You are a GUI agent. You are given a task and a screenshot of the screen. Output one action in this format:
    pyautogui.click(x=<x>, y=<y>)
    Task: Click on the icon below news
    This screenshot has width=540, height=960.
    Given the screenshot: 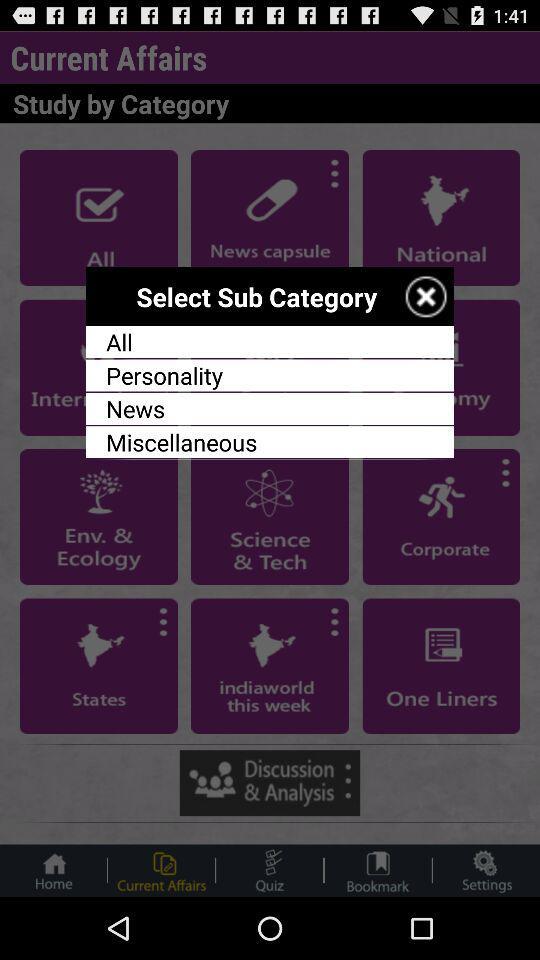 What is the action you would take?
    pyautogui.click(x=270, y=442)
    